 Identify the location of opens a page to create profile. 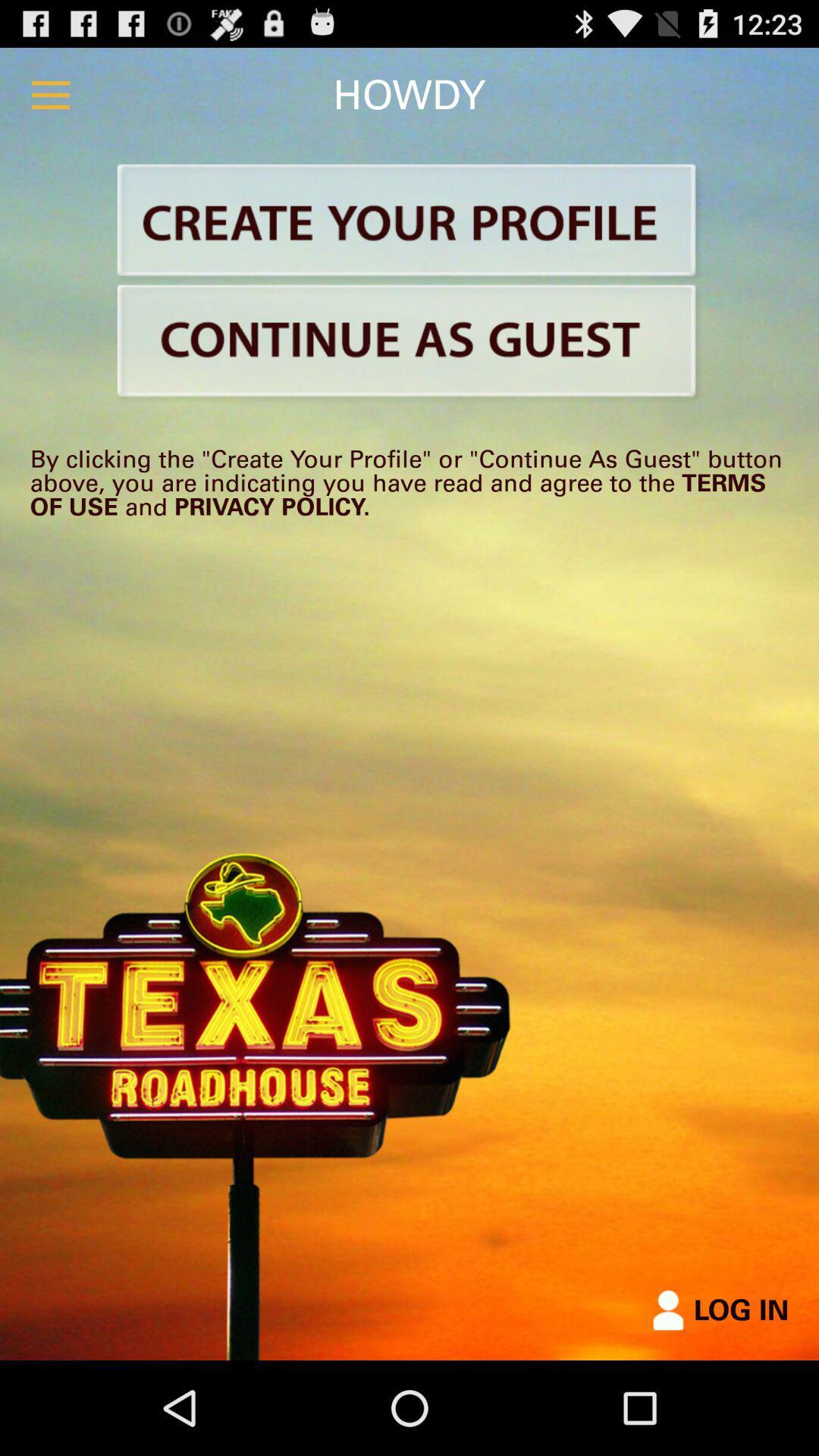
(409, 222).